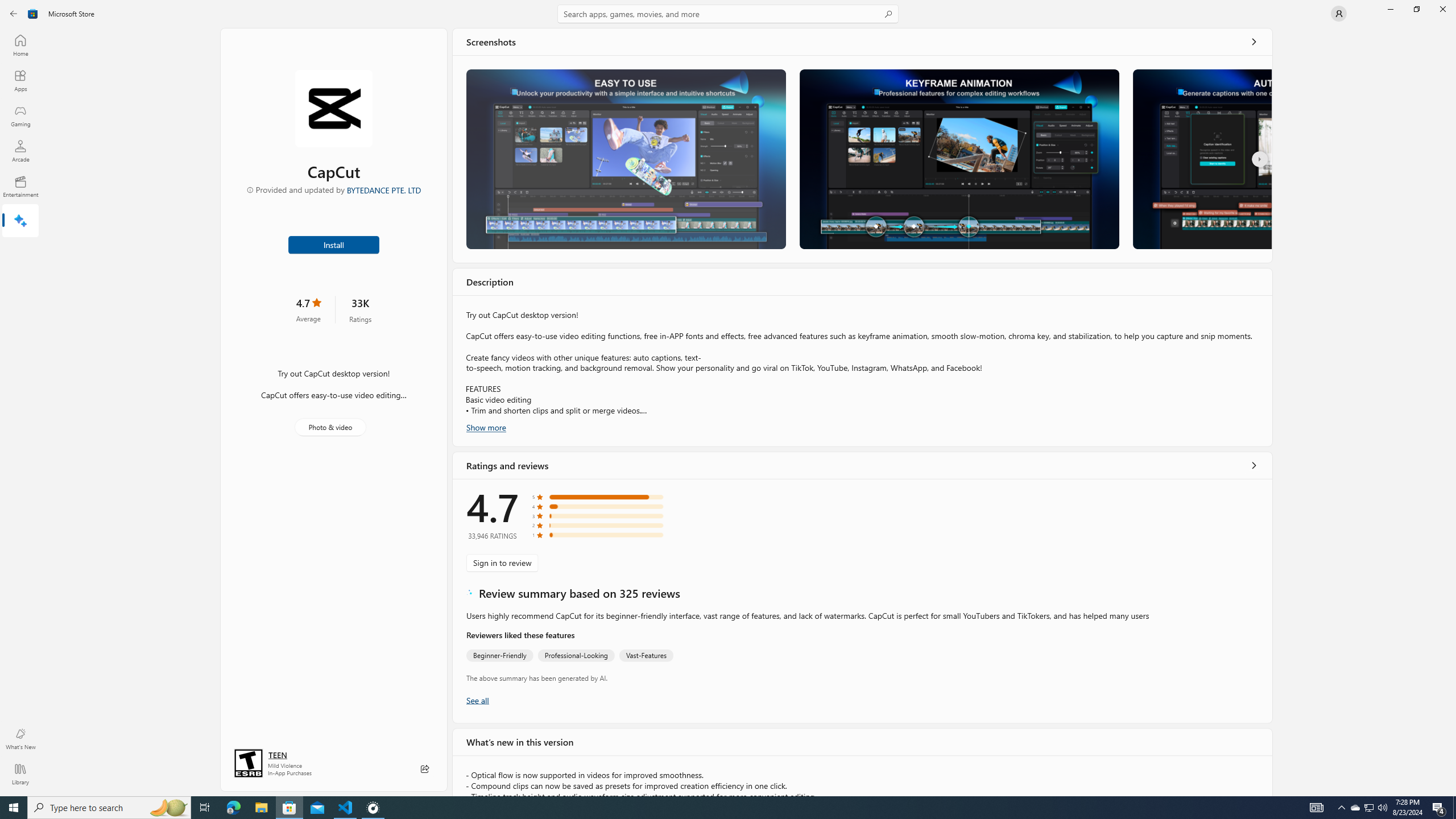 Image resolution: width=1456 pixels, height=819 pixels. What do you see at coordinates (383, 189) in the screenshot?
I see `'BYTEDANCE PTE. LTD'` at bounding box center [383, 189].